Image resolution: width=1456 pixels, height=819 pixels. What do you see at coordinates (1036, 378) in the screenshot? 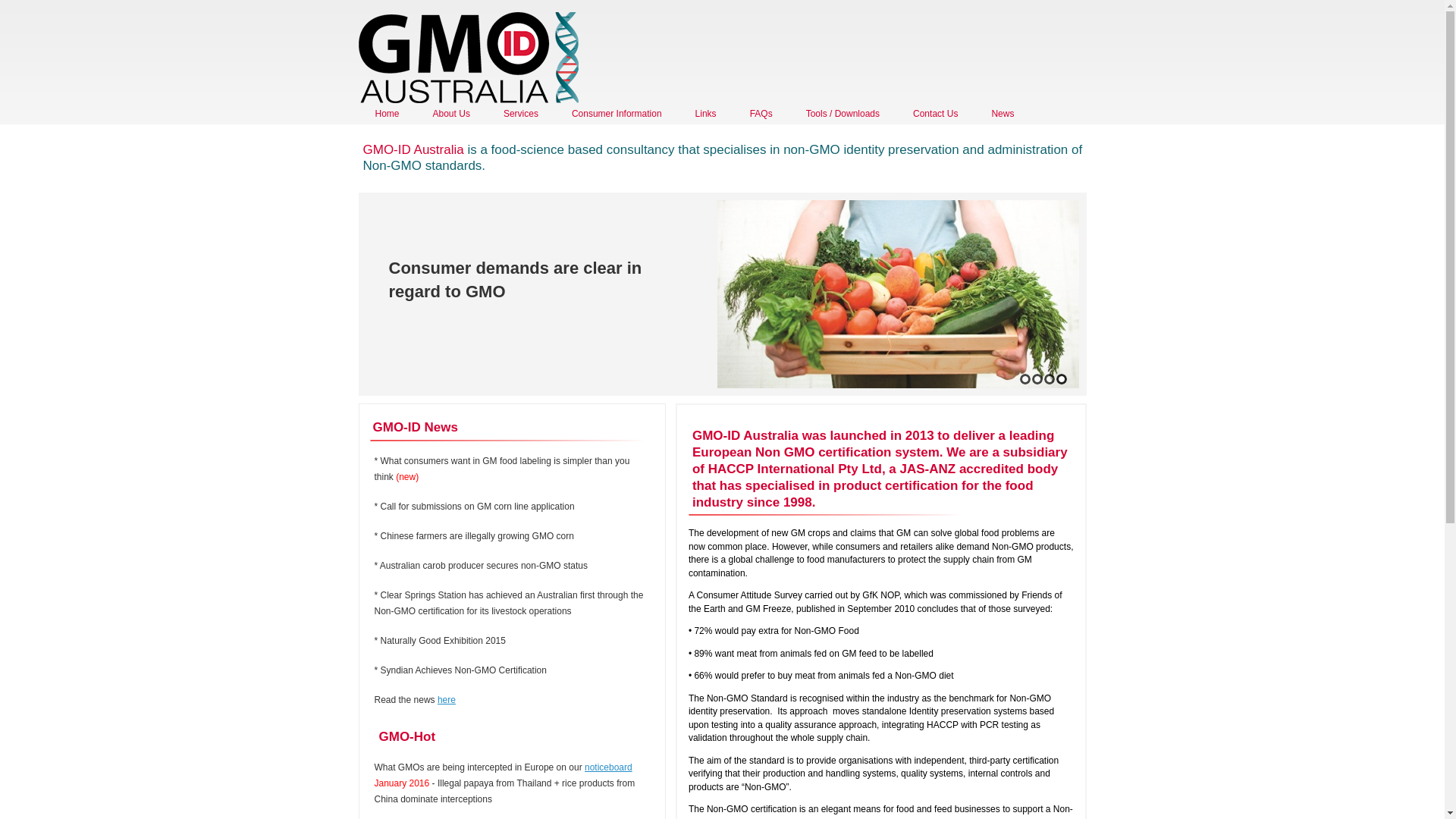
I see `'2'` at bounding box center [1036, 378].